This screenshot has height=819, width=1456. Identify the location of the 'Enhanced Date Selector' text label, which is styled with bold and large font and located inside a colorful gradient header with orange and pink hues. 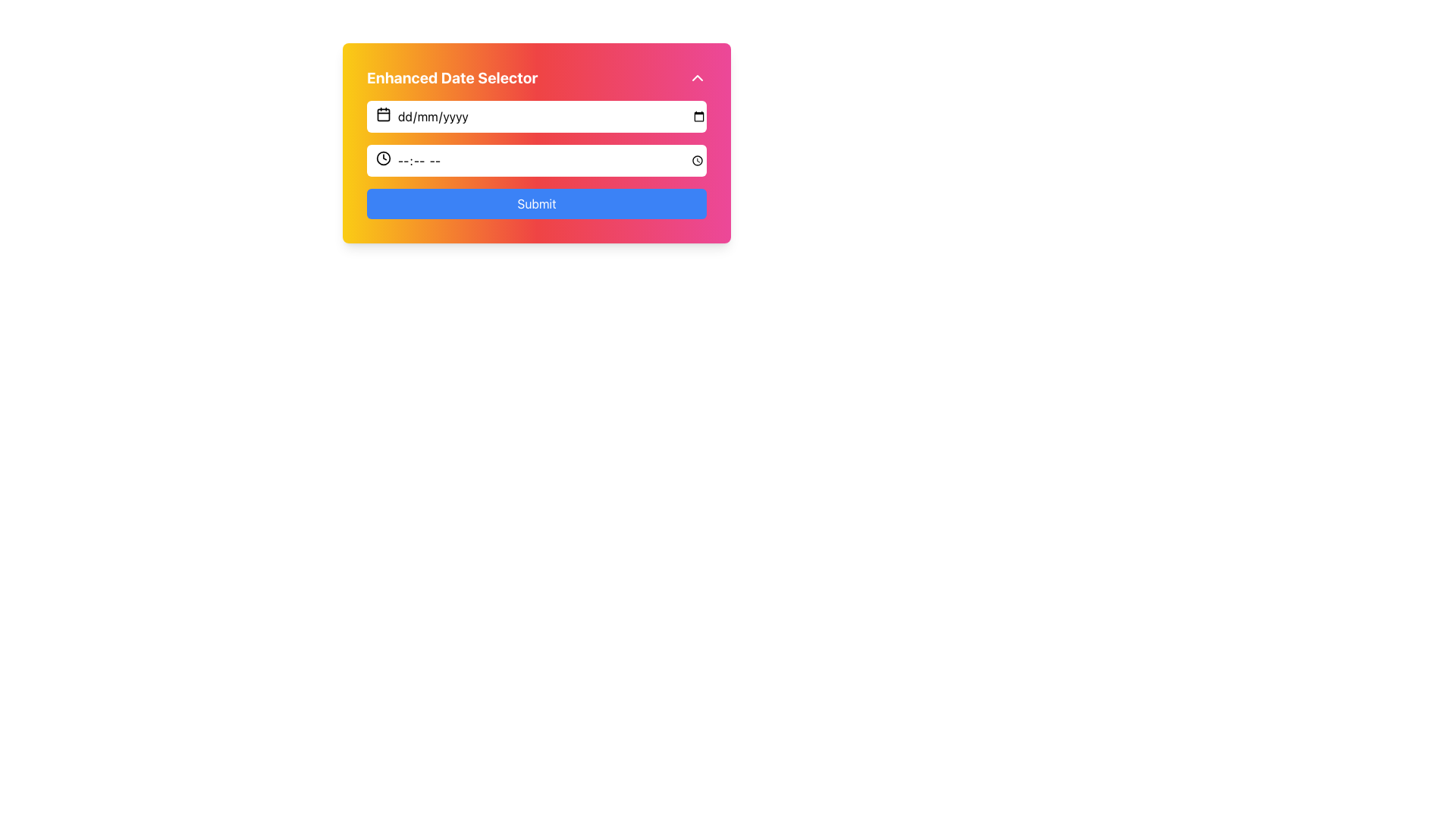
(451, 78).